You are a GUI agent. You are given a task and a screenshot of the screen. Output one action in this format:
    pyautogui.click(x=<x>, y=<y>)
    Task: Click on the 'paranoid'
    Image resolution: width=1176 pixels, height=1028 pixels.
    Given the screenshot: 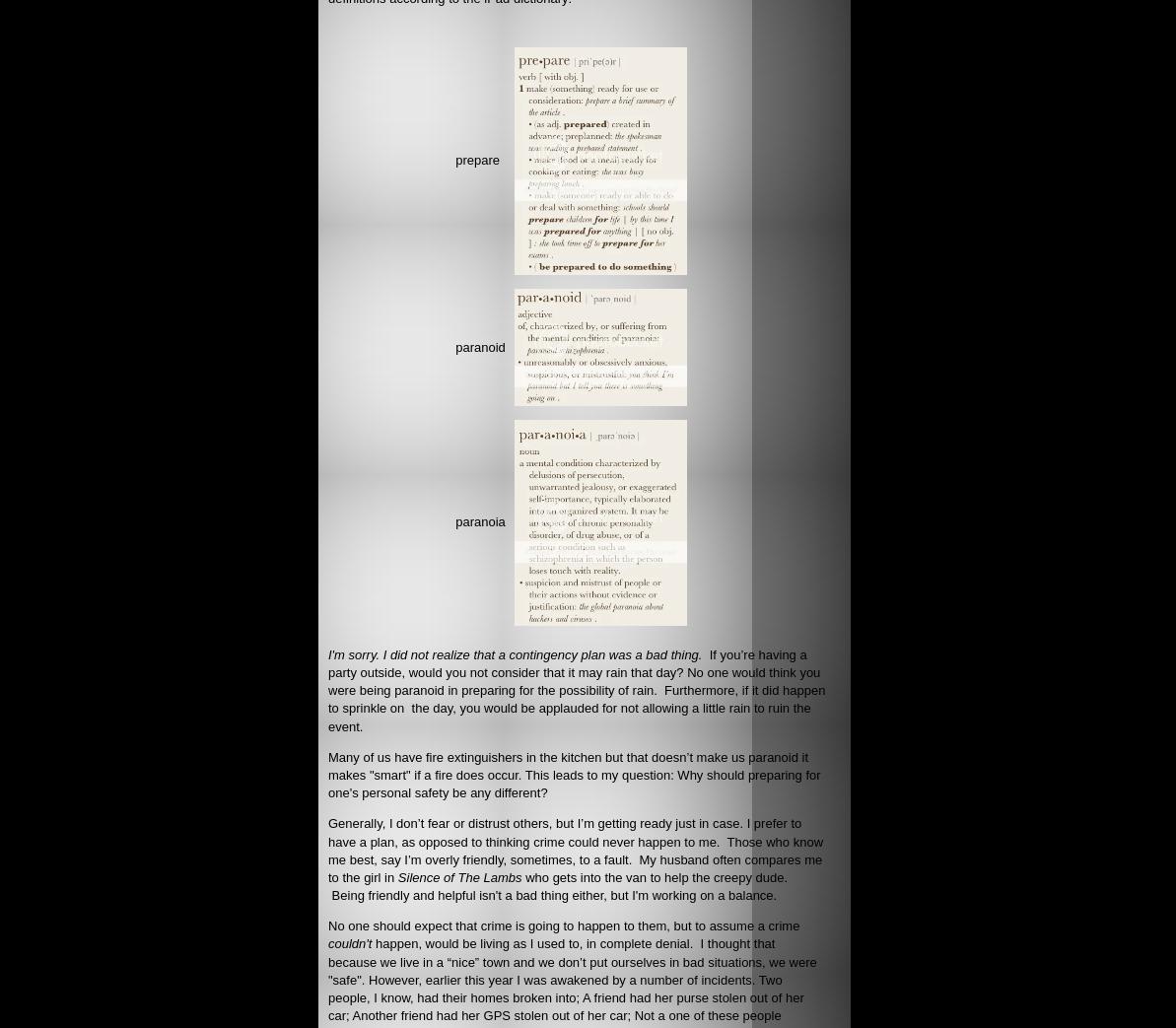 What is the action you would take?
    pyautogui.click(x=455, y=345)
    